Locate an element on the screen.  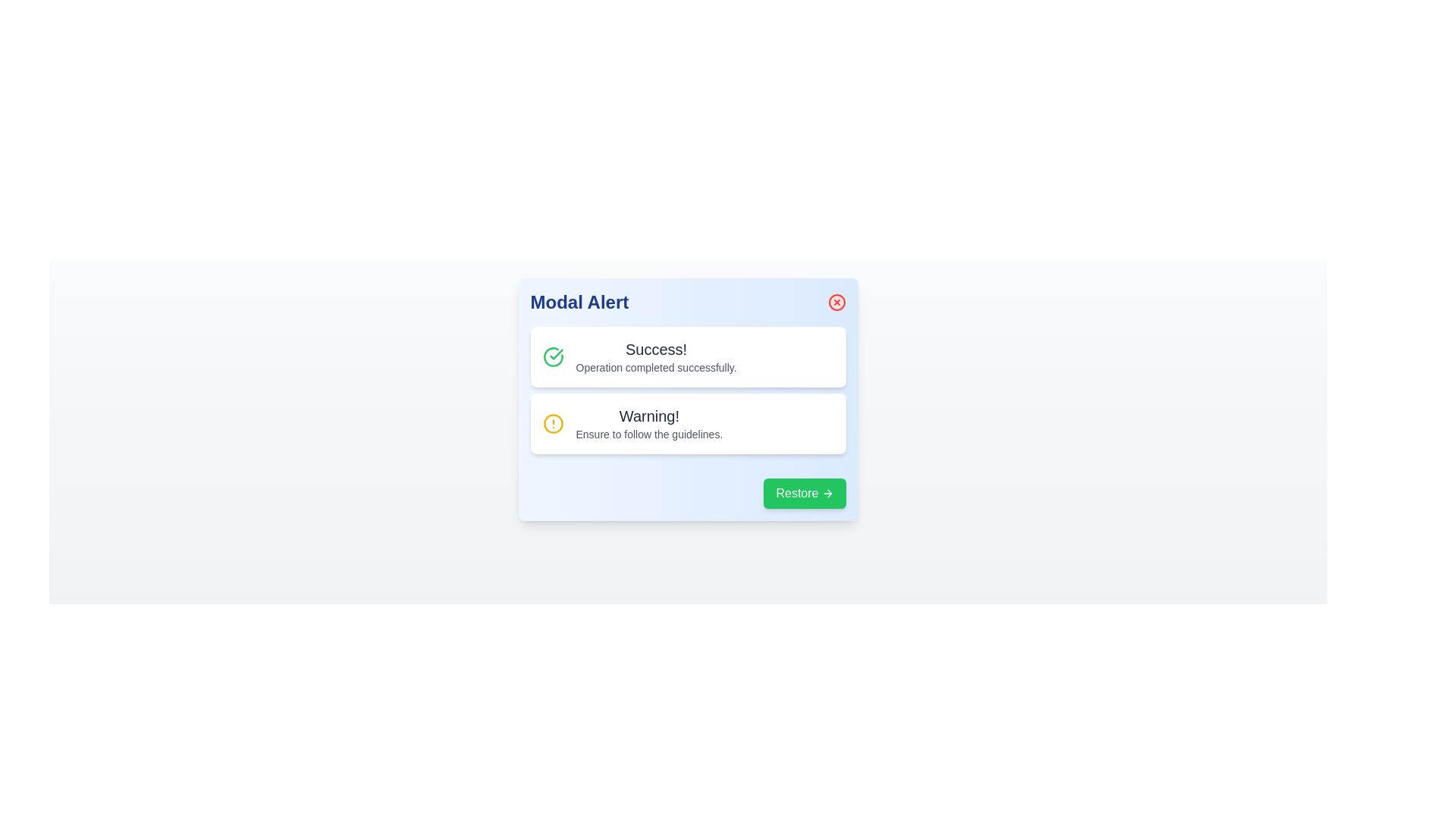
the warning message header text label located within the modal dialog, which is positioned below the 'Success!' section and above the explanatory sentence 'Ensure to follow the guidelines.' is located at coordinates (649, 416).